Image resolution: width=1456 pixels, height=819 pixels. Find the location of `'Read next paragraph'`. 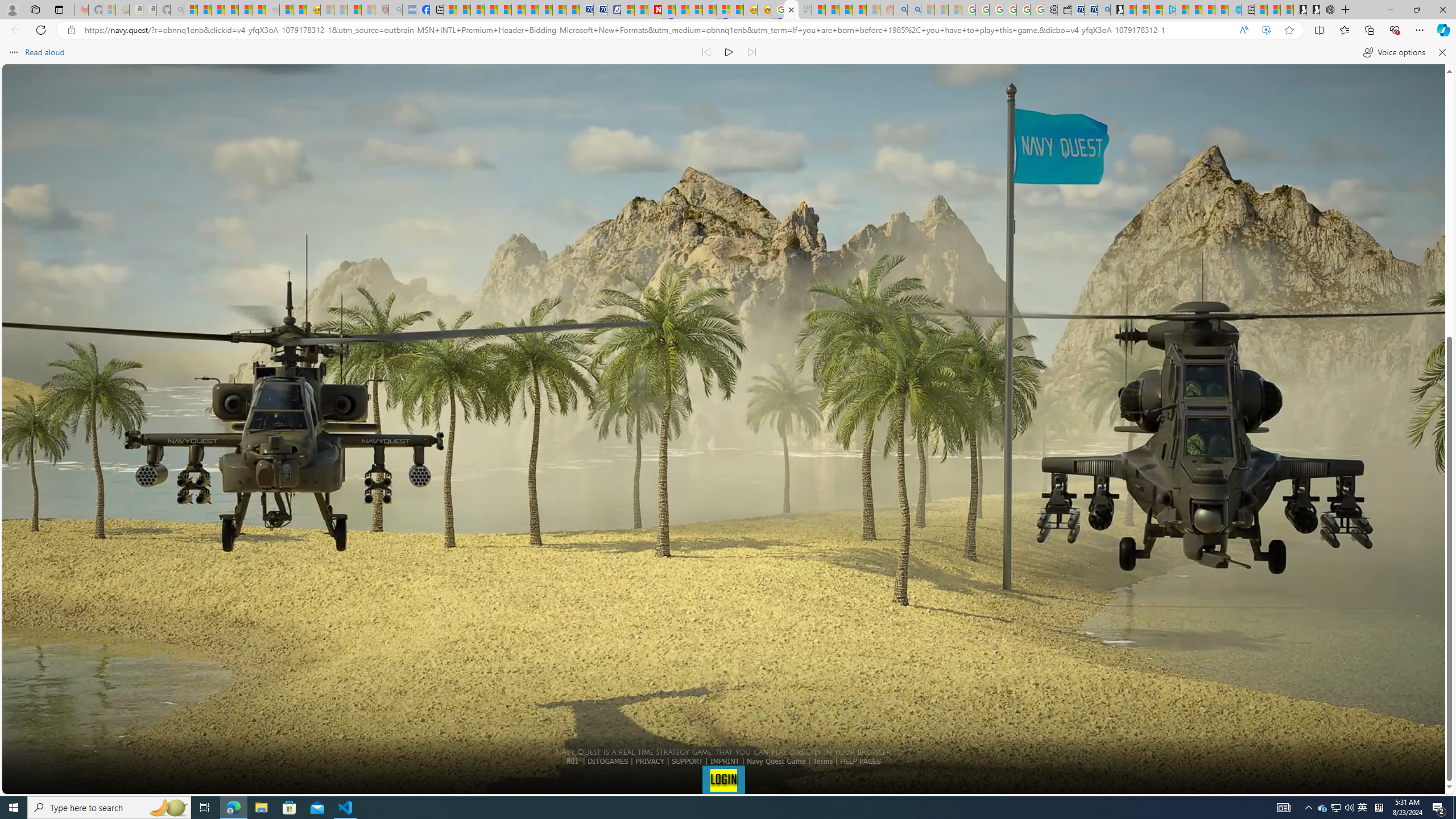

'Read next paragraph' is located at coordinates (751, 52).